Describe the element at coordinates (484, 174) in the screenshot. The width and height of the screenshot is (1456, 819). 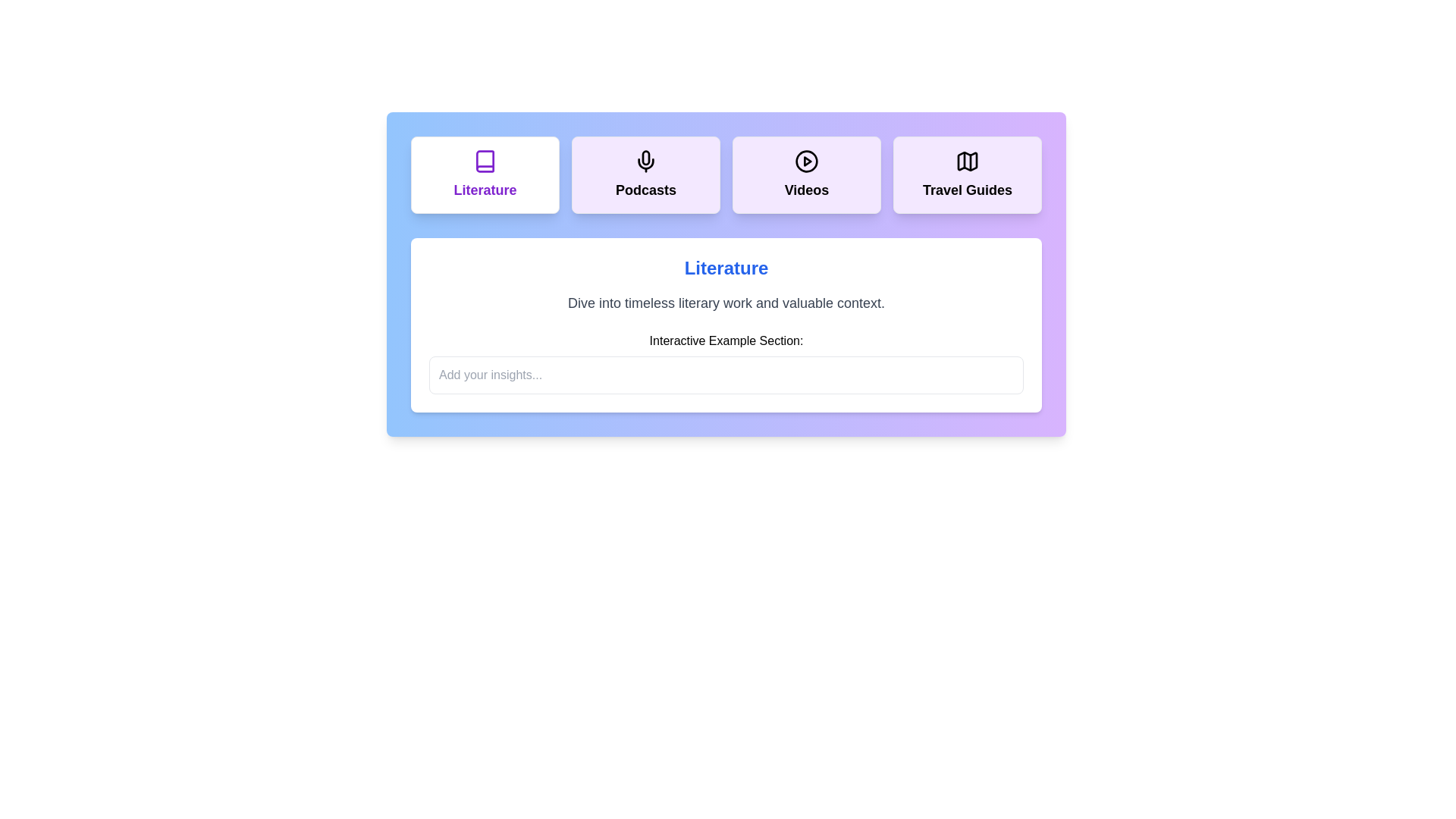
I see `the tab titled 'Literature'` at that location.